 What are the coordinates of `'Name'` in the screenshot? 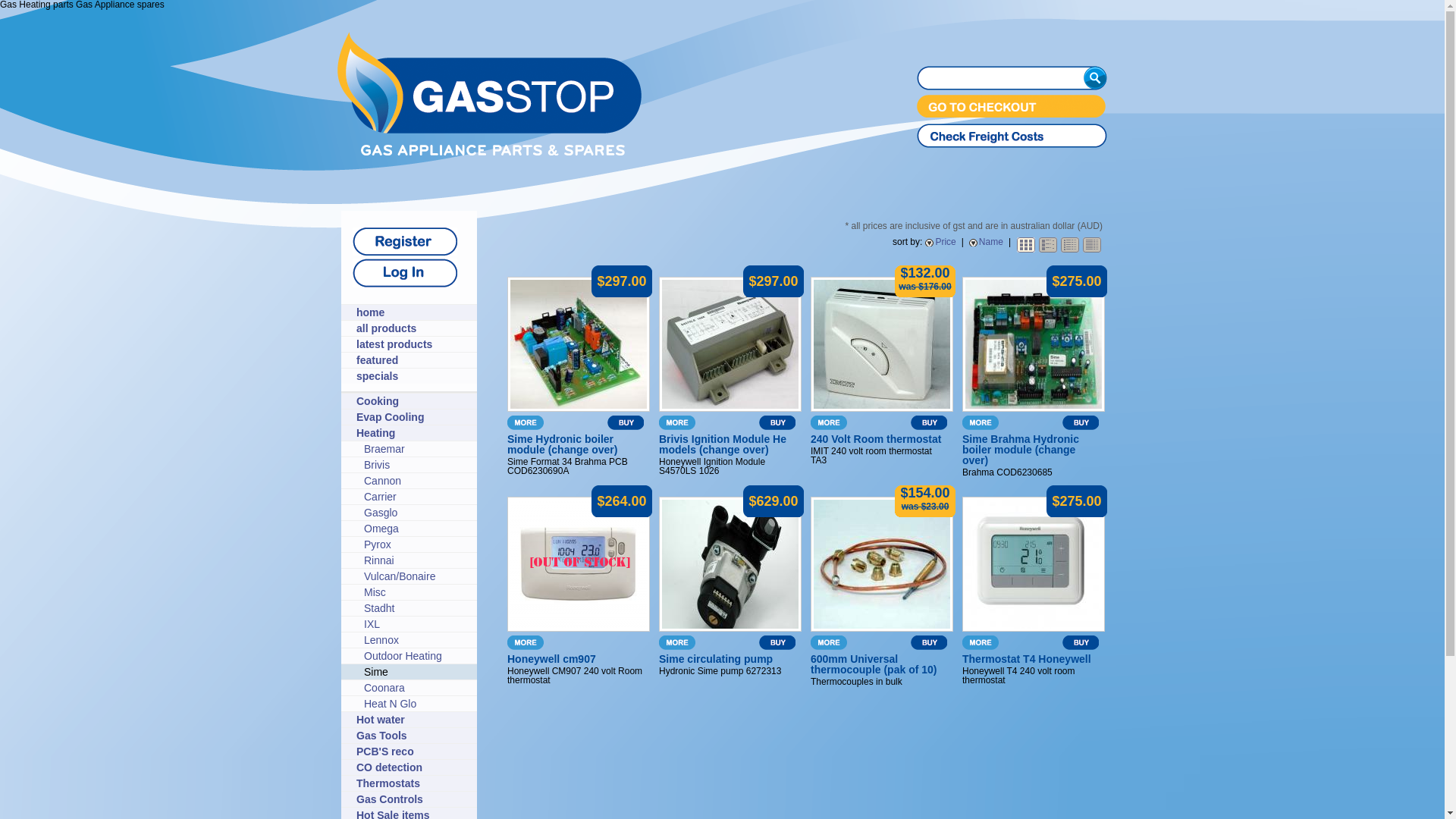 It's located at (986, 241).